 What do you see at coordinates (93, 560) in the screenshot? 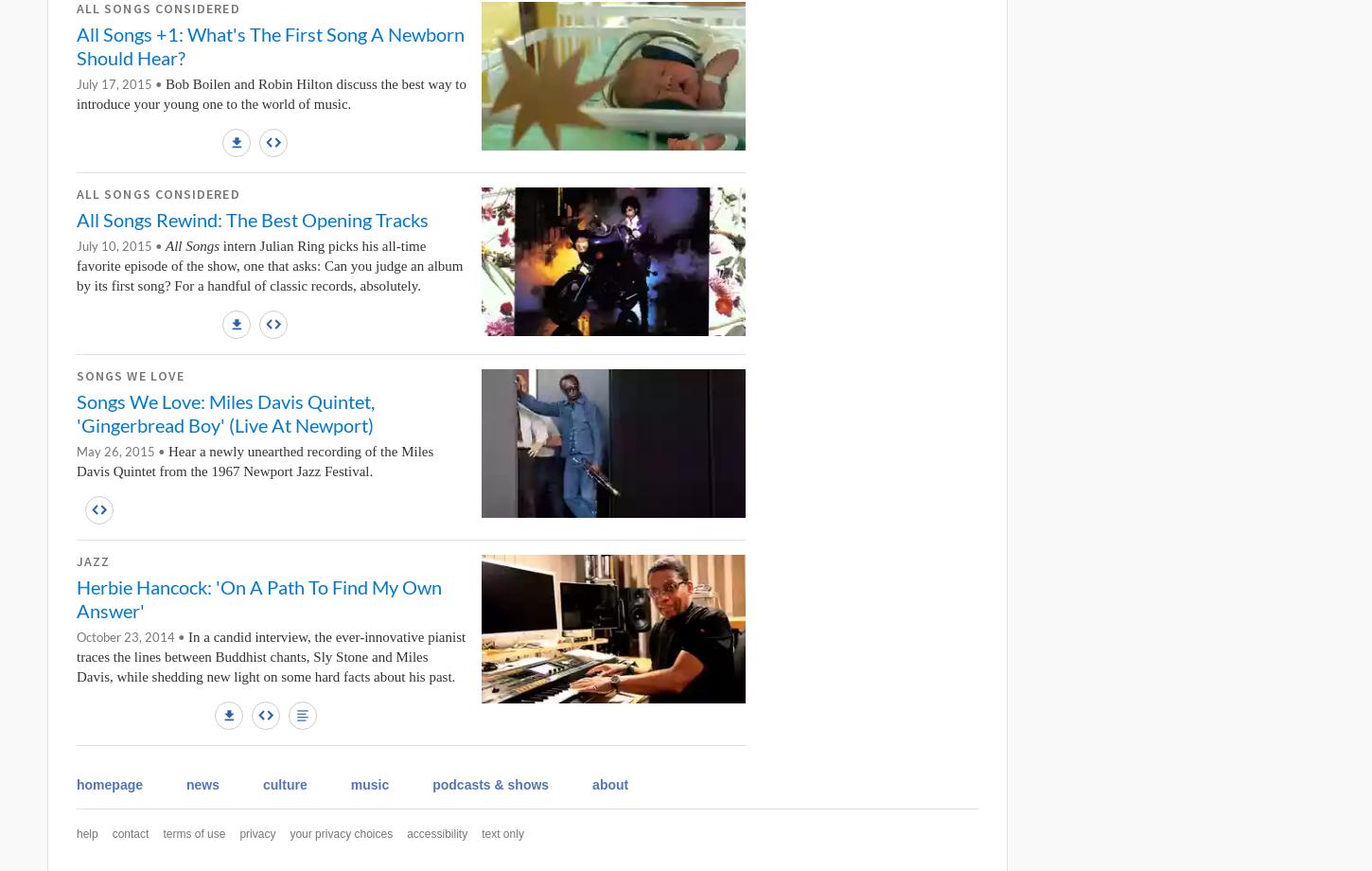
I see `'Jazz'` at bounding box center [93, 560].